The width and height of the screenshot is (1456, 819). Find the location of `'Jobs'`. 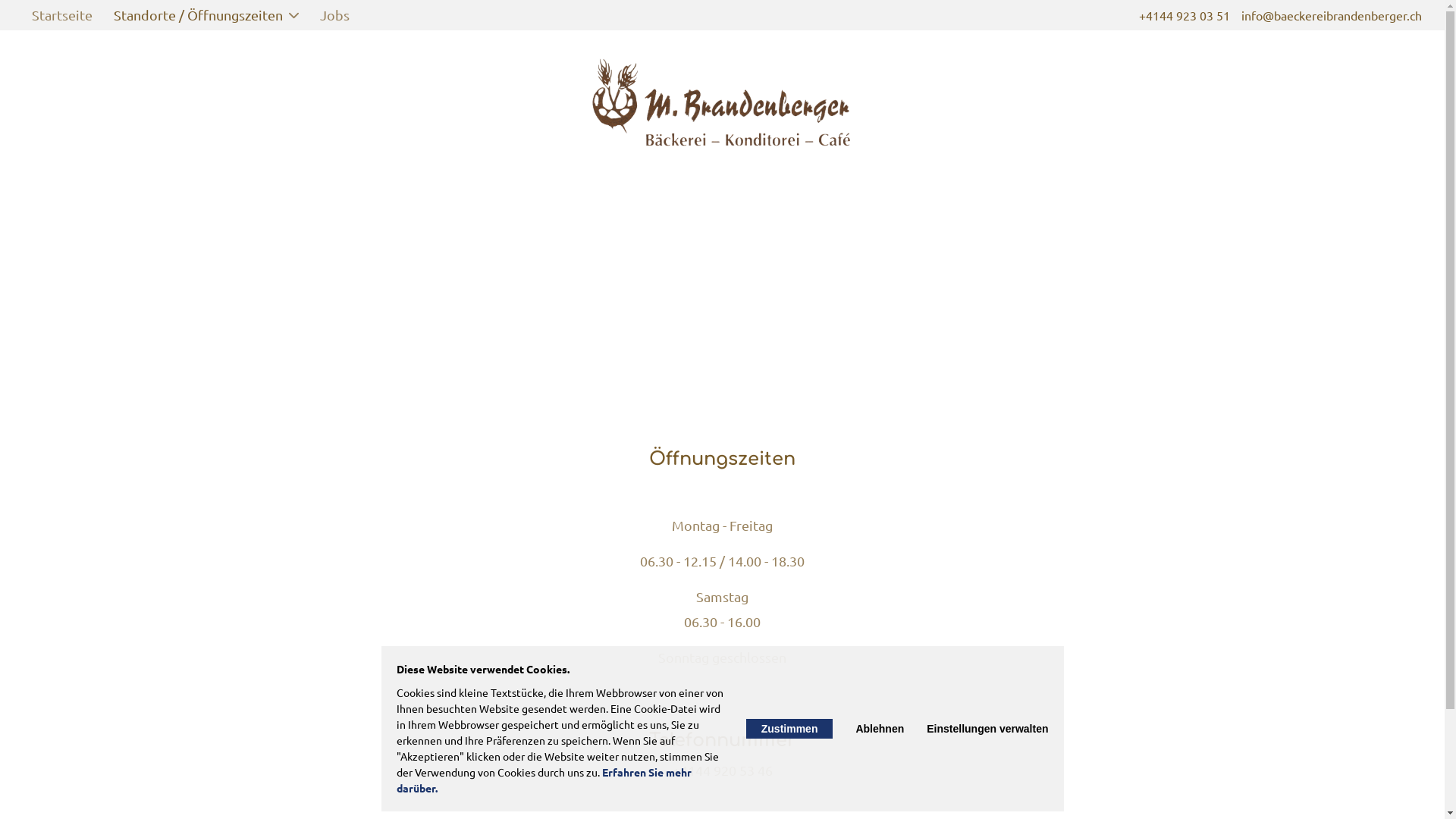

'Jobs' is located at coordinates (309, 14).